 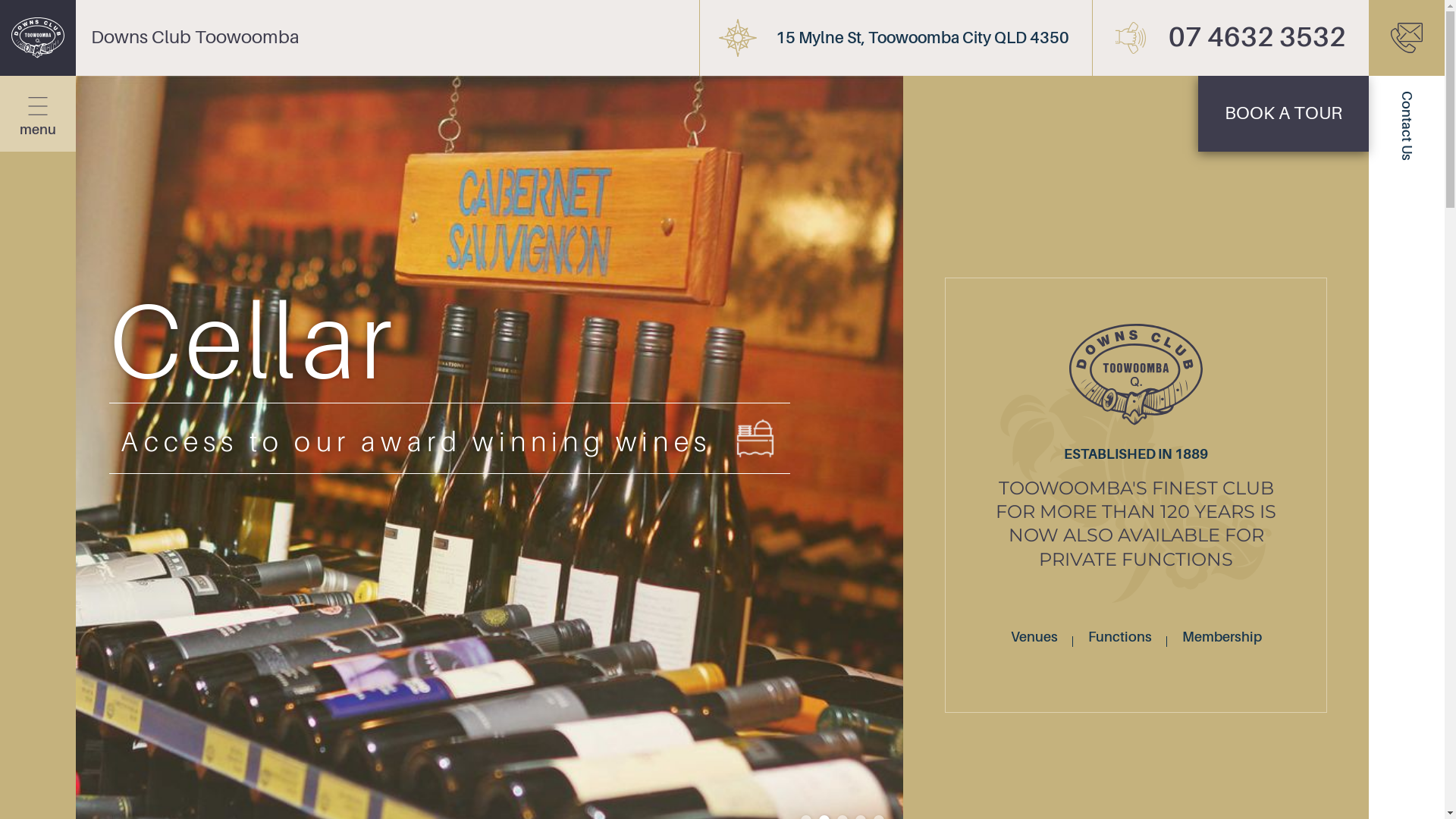 What do you see at coordinates (1222, 637) in the screenshot?
I see `'Membership'` at bounding box center [1222, 637].